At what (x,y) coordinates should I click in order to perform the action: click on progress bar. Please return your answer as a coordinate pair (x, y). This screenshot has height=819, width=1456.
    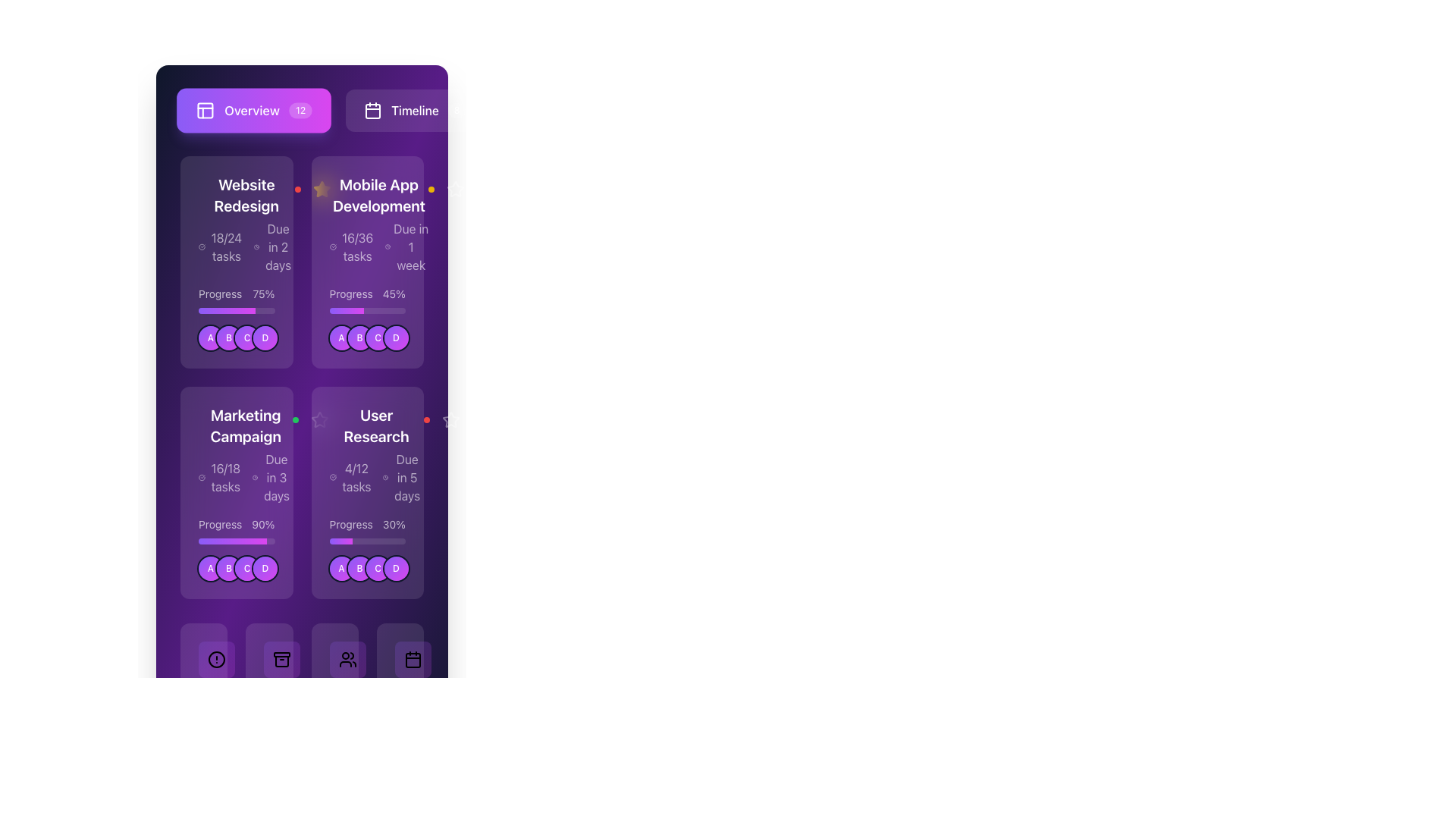
    Looking at the image, I should click on (253, 540).